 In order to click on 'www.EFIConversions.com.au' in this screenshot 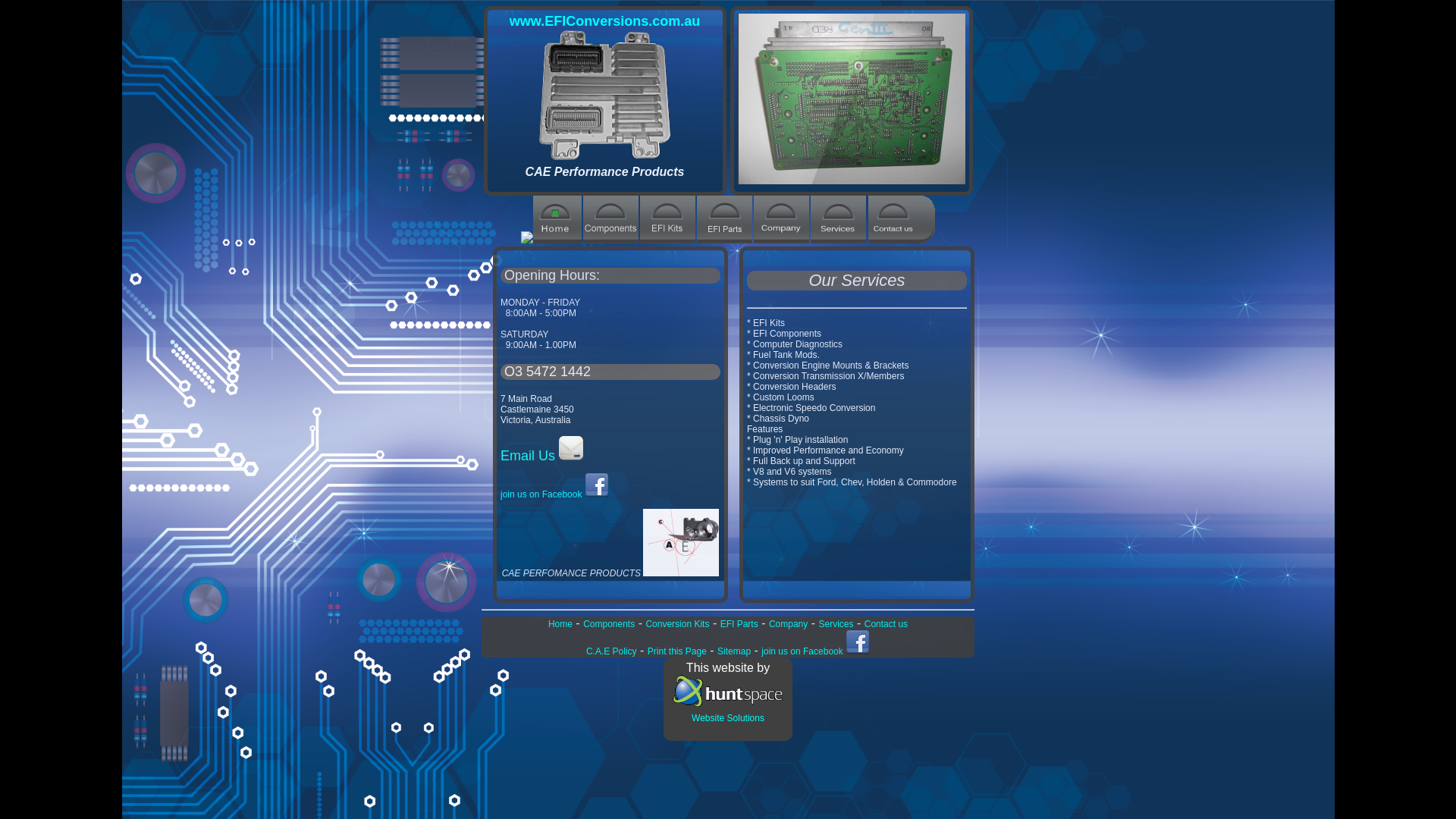, I will do `click(604, 20)`.